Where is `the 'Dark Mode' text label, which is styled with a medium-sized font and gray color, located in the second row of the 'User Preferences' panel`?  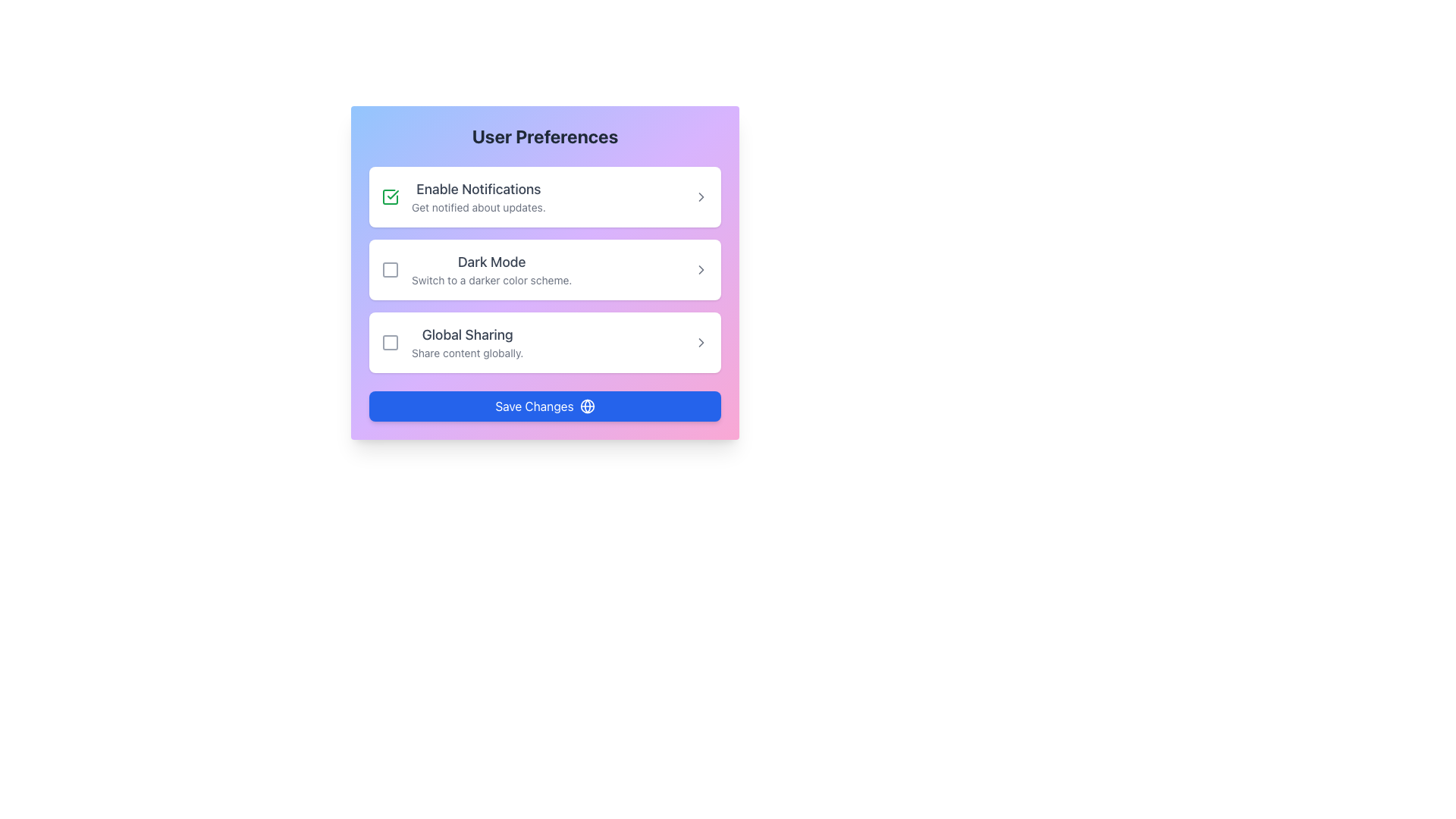
the 'Dark Mode' text label, which is styled with a medium-sized font and gray color, located in the second row of the 'User Preferences' panel is located at coordinates (491, 262).